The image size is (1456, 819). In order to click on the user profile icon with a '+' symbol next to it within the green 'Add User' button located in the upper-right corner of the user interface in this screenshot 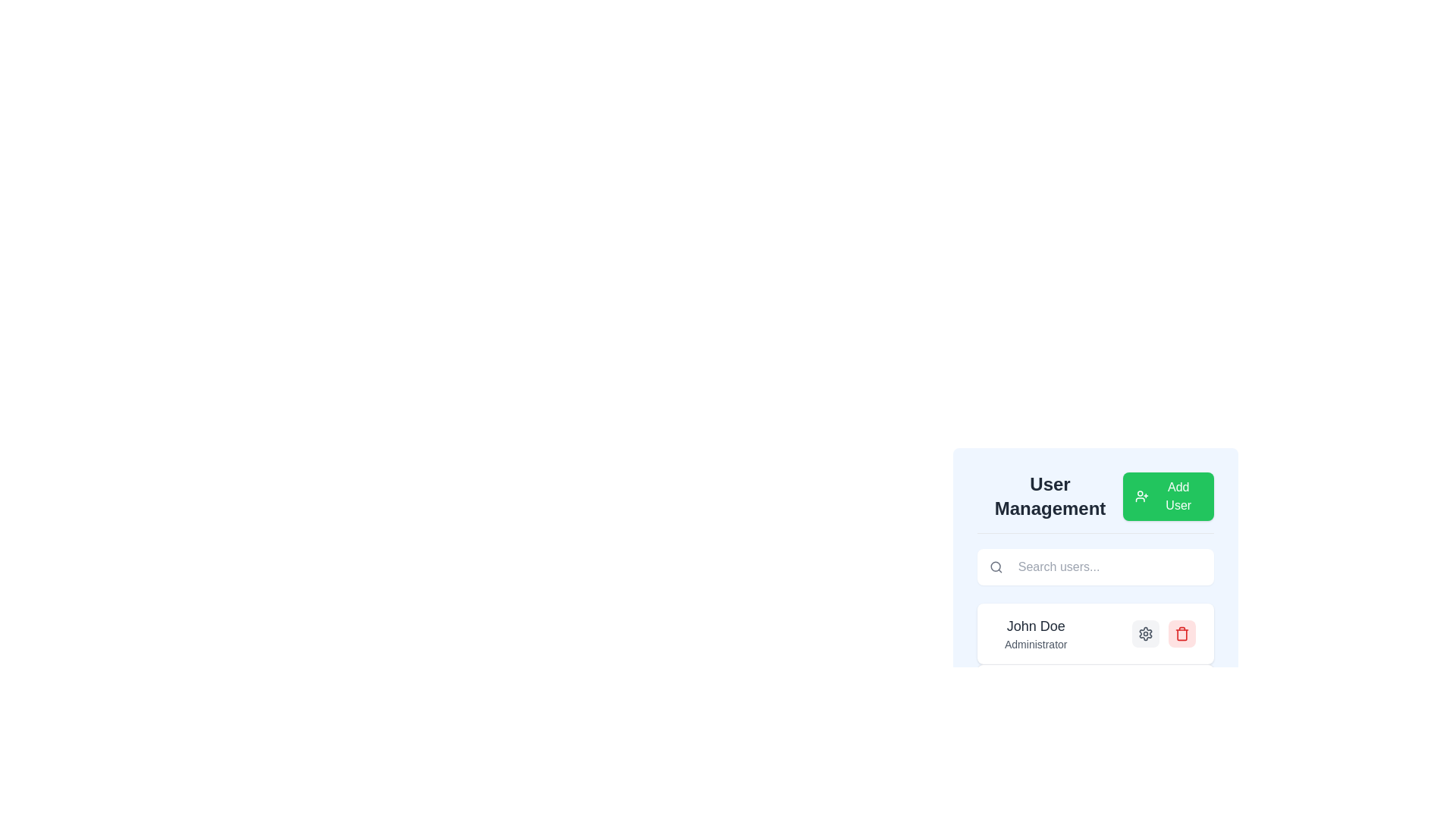, I will do `click(1142, 497)`.